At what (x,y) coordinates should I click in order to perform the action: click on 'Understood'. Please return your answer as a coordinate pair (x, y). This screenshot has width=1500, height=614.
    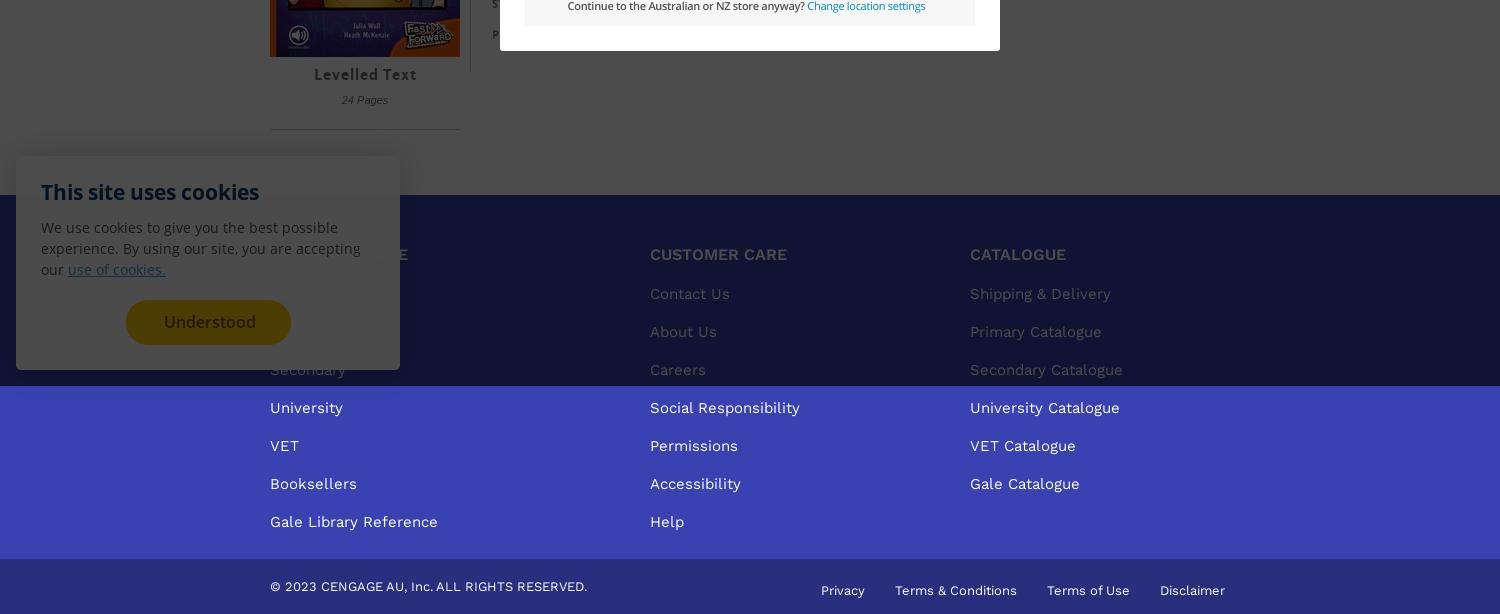
    Looking at the image, I should click on (207, 321).